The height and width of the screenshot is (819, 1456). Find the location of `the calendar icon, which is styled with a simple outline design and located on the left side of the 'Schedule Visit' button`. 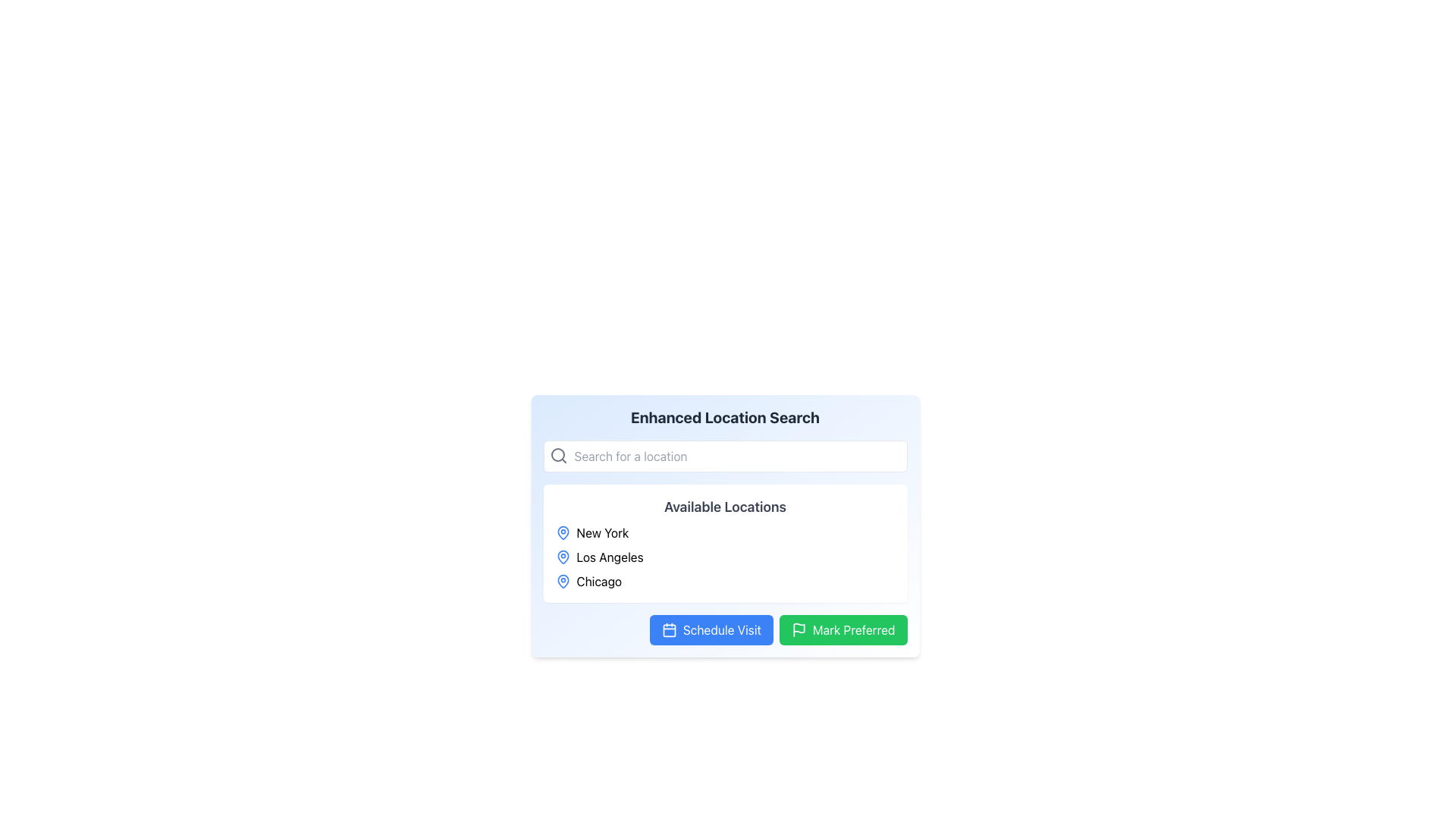

the calendar icon, which is styled with a simple outline design and located on the left side of the 'Schedule Visit' button is located at coordinates (668, 629).